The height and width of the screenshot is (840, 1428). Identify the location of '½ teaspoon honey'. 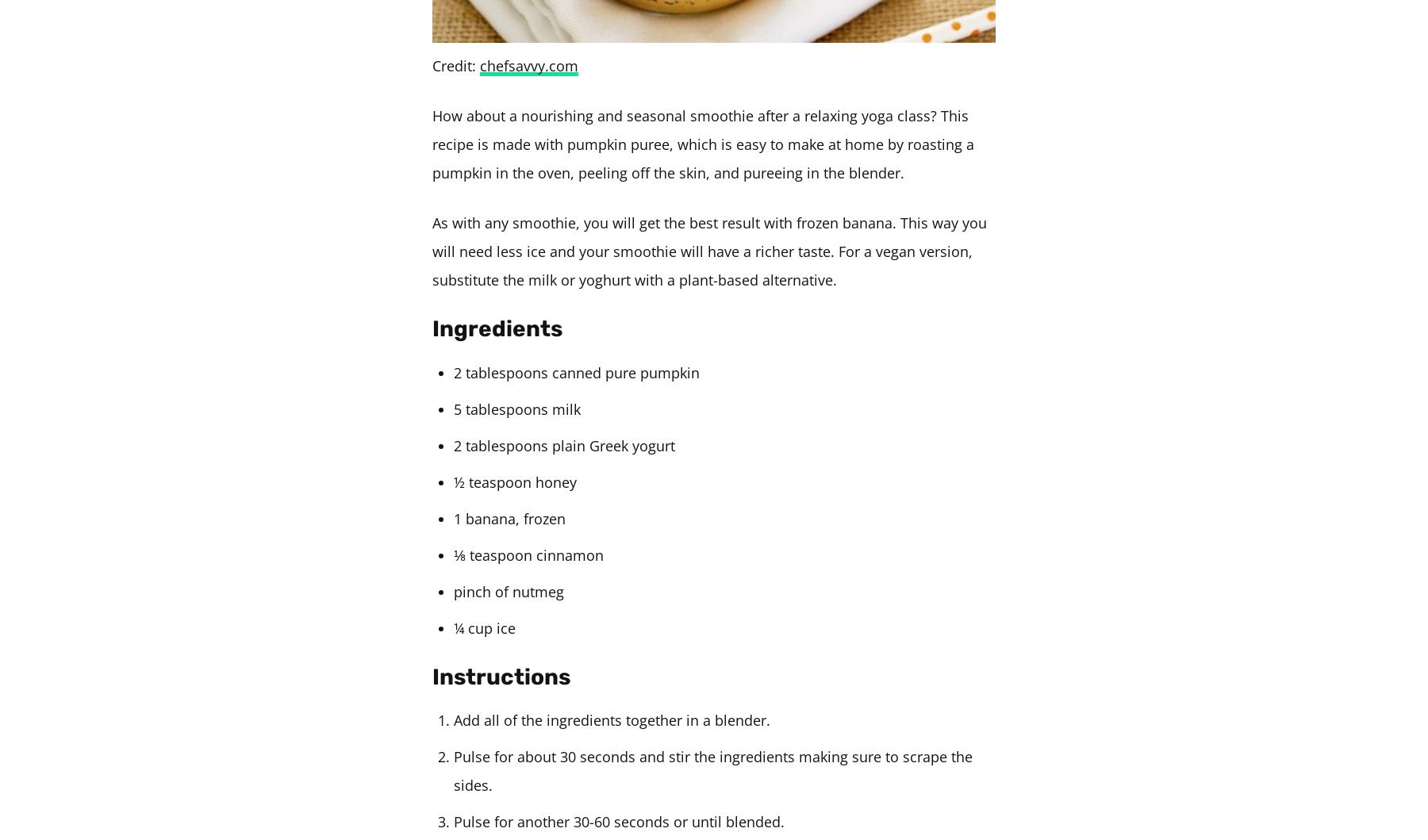
(454, 481).